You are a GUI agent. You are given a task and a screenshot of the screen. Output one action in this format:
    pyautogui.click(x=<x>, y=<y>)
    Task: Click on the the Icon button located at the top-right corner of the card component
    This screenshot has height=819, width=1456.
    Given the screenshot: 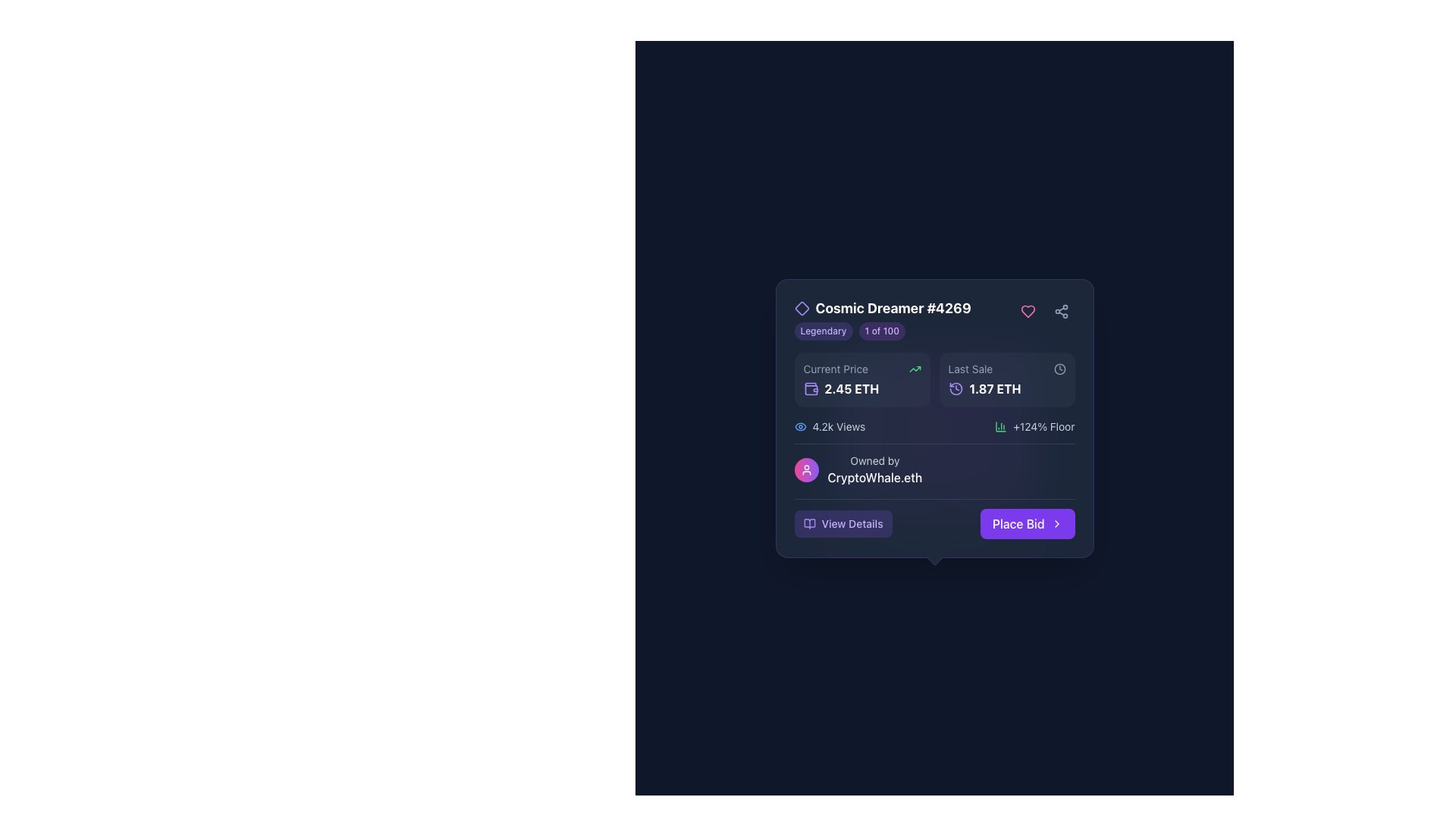 What is the action you would take?
    pyautogui.click(x=1060, y=311)
    